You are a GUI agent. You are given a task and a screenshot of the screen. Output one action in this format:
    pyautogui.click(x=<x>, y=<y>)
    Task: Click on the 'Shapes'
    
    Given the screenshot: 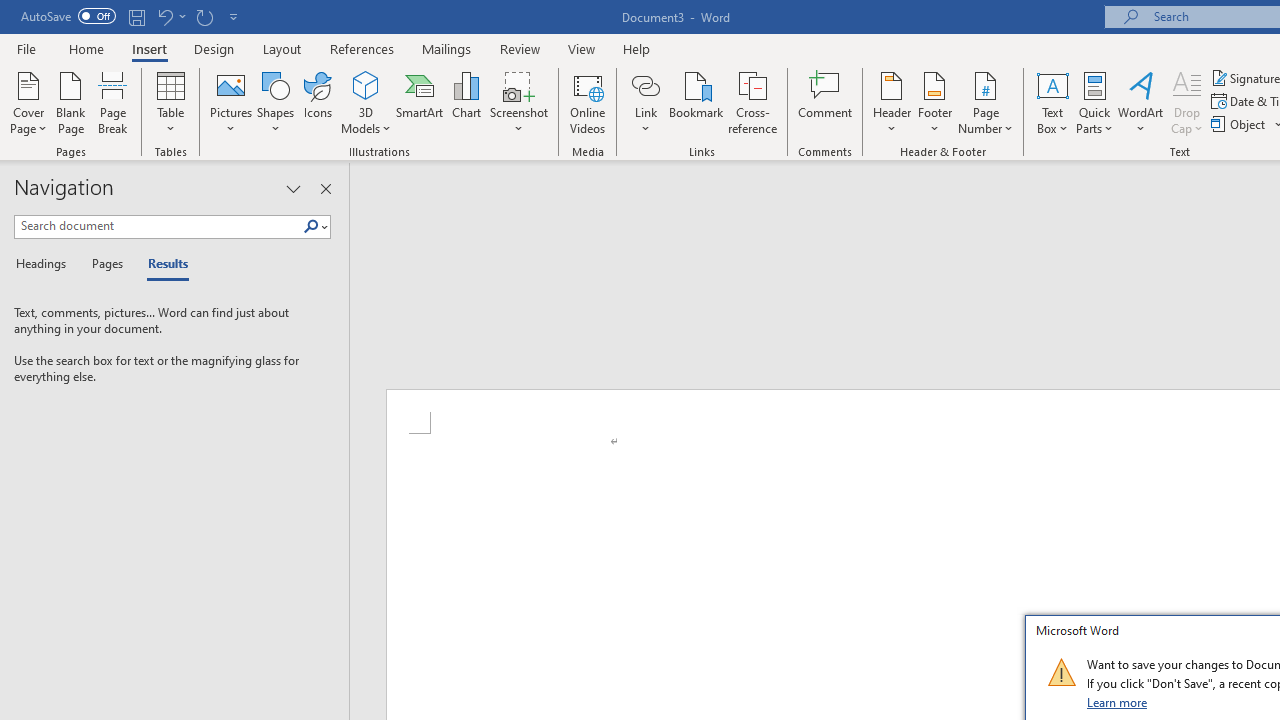 What is the action you would take?
    pyautogui.click(x=274, y=103)
    